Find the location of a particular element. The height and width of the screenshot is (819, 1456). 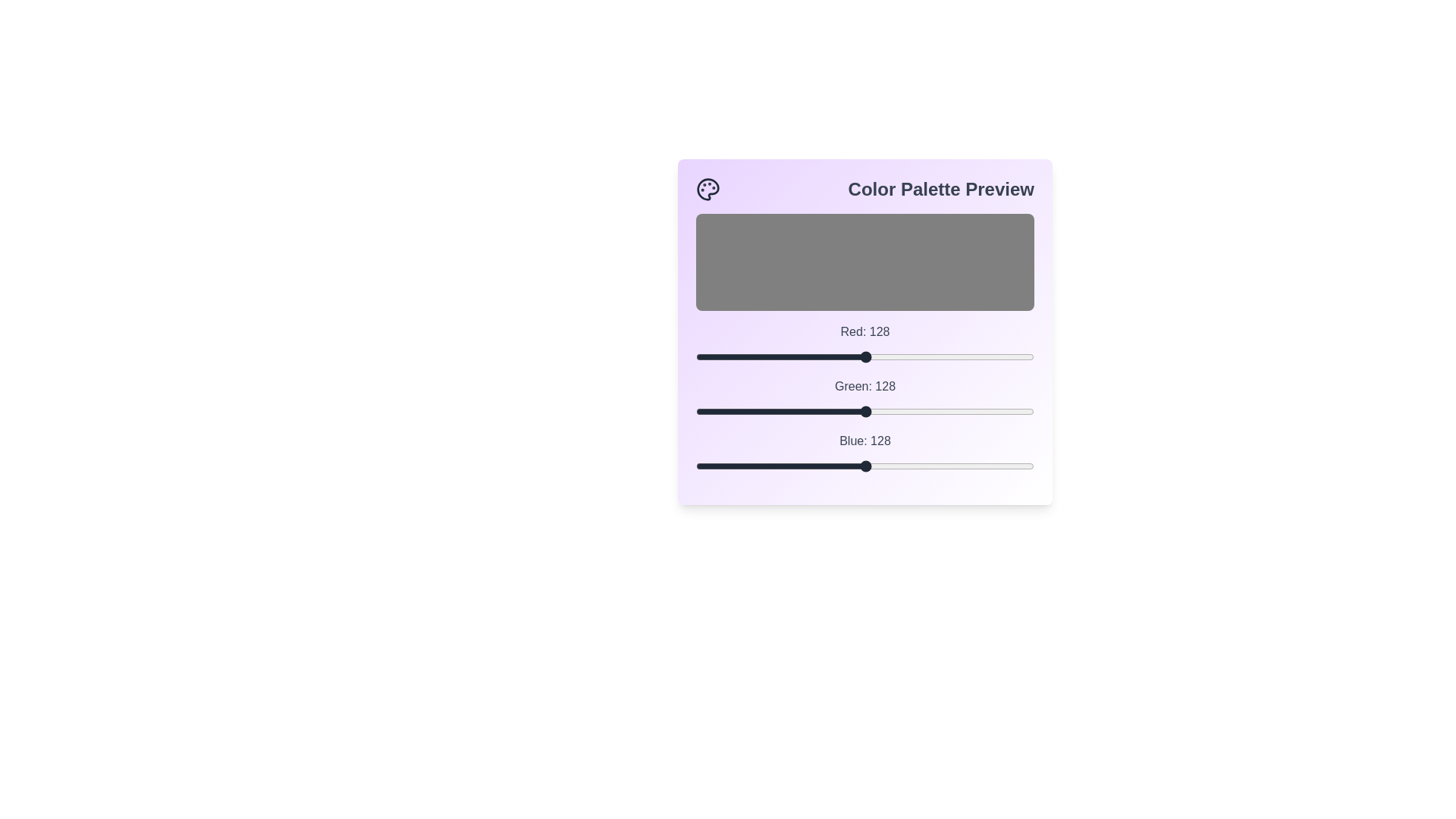

the red color intensity is located at coordinates (881, 356).